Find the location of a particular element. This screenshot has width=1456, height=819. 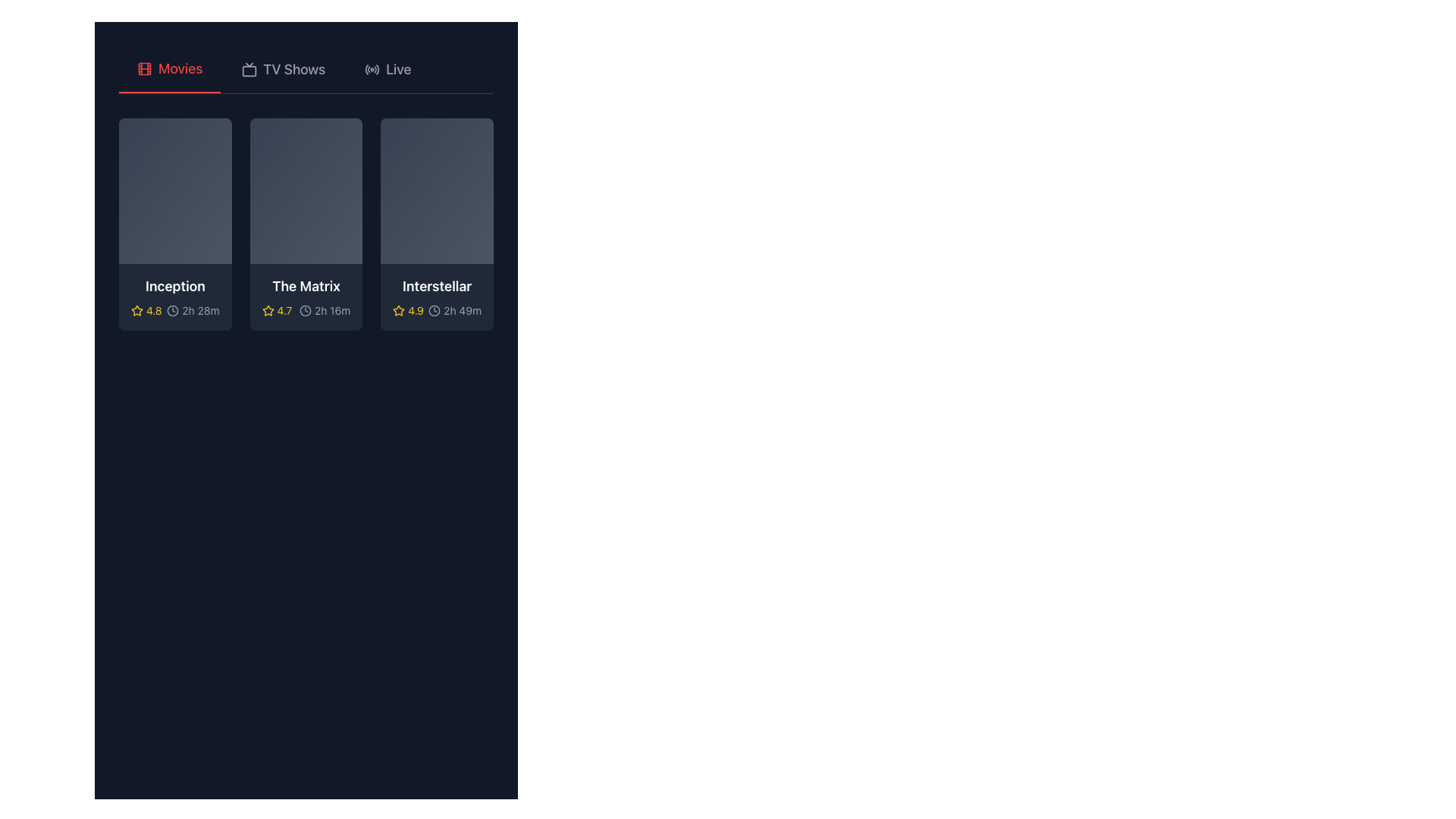

the Rating display showing '4.8' with a yellow star icon in the bottom left corner of the first movie card is located at coordinates (146, 309).